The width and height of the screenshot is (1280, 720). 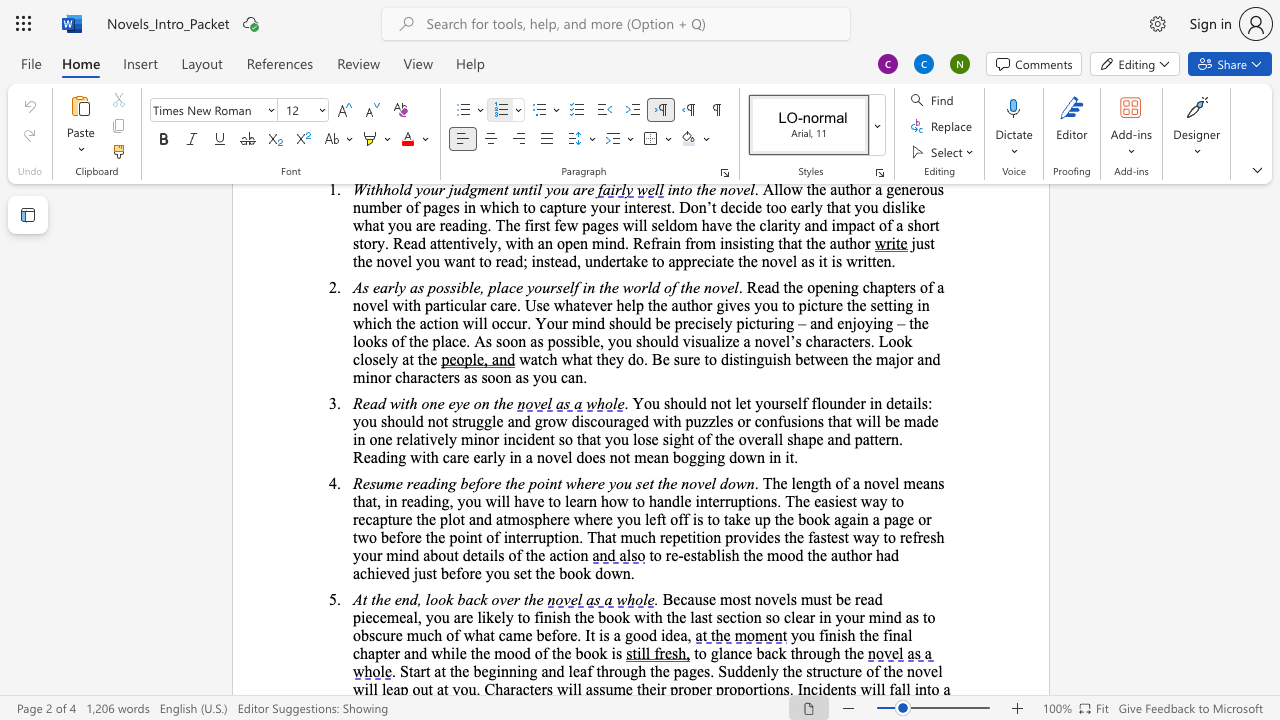 What do you see at coordinates (747, 653) in the screenshot?
I see `the 1th character "e" in the text` at bounding box center [747, 653].